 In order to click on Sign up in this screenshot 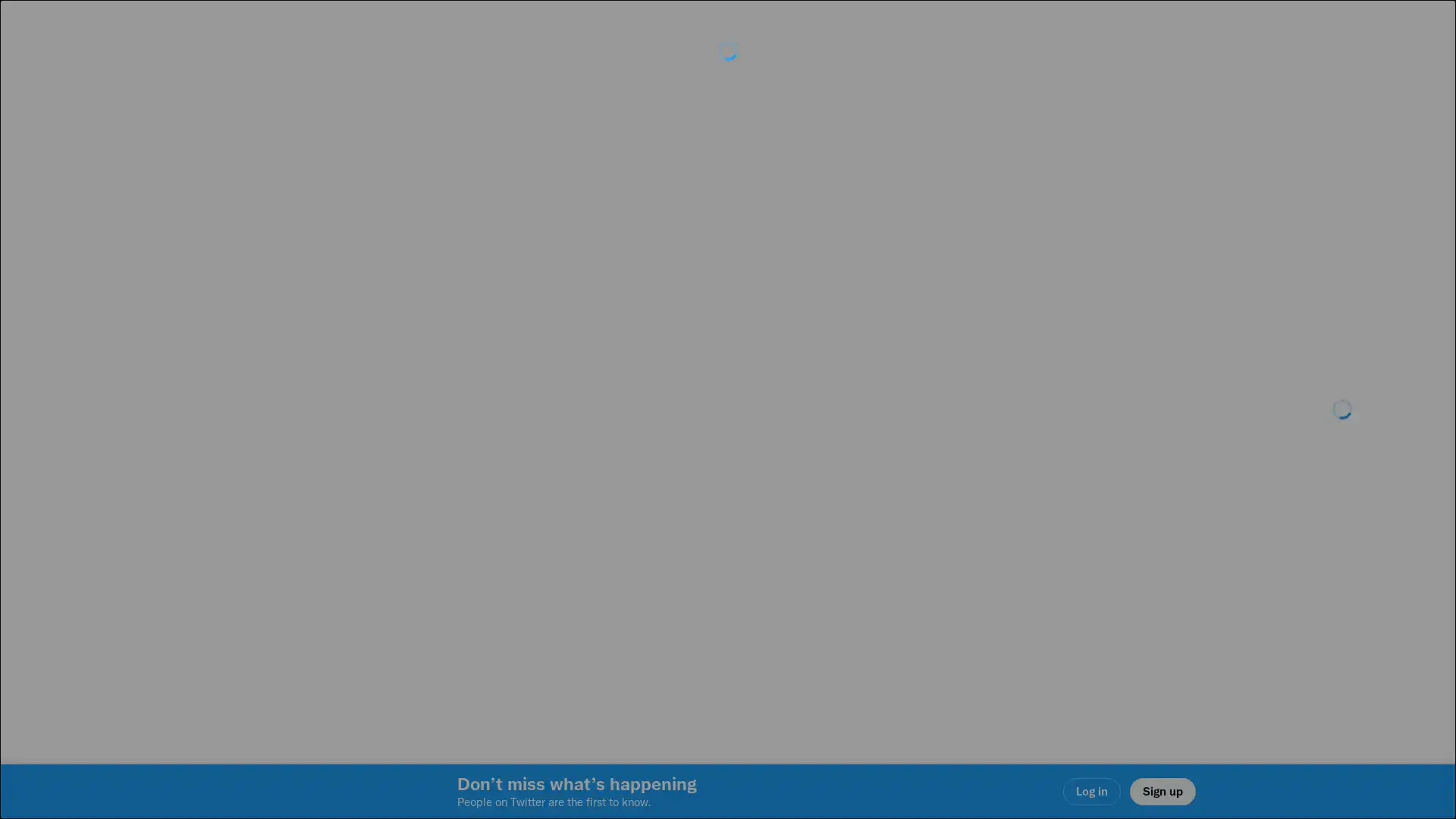, I will do `click(548, 516)`.